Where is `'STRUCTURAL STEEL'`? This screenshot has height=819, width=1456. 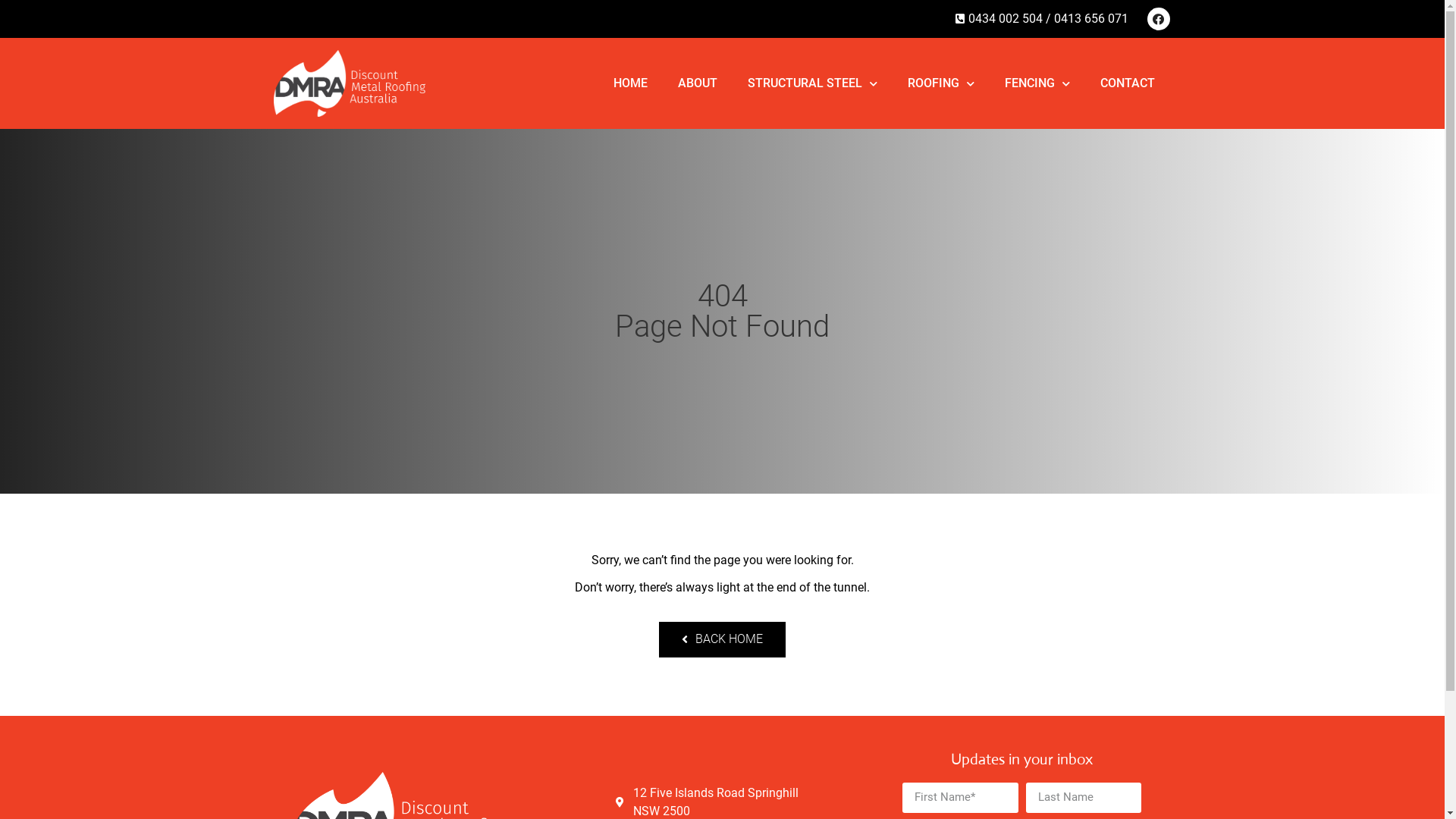 'STRUCTURAL STEEL' is located at coordinates (811, 83).